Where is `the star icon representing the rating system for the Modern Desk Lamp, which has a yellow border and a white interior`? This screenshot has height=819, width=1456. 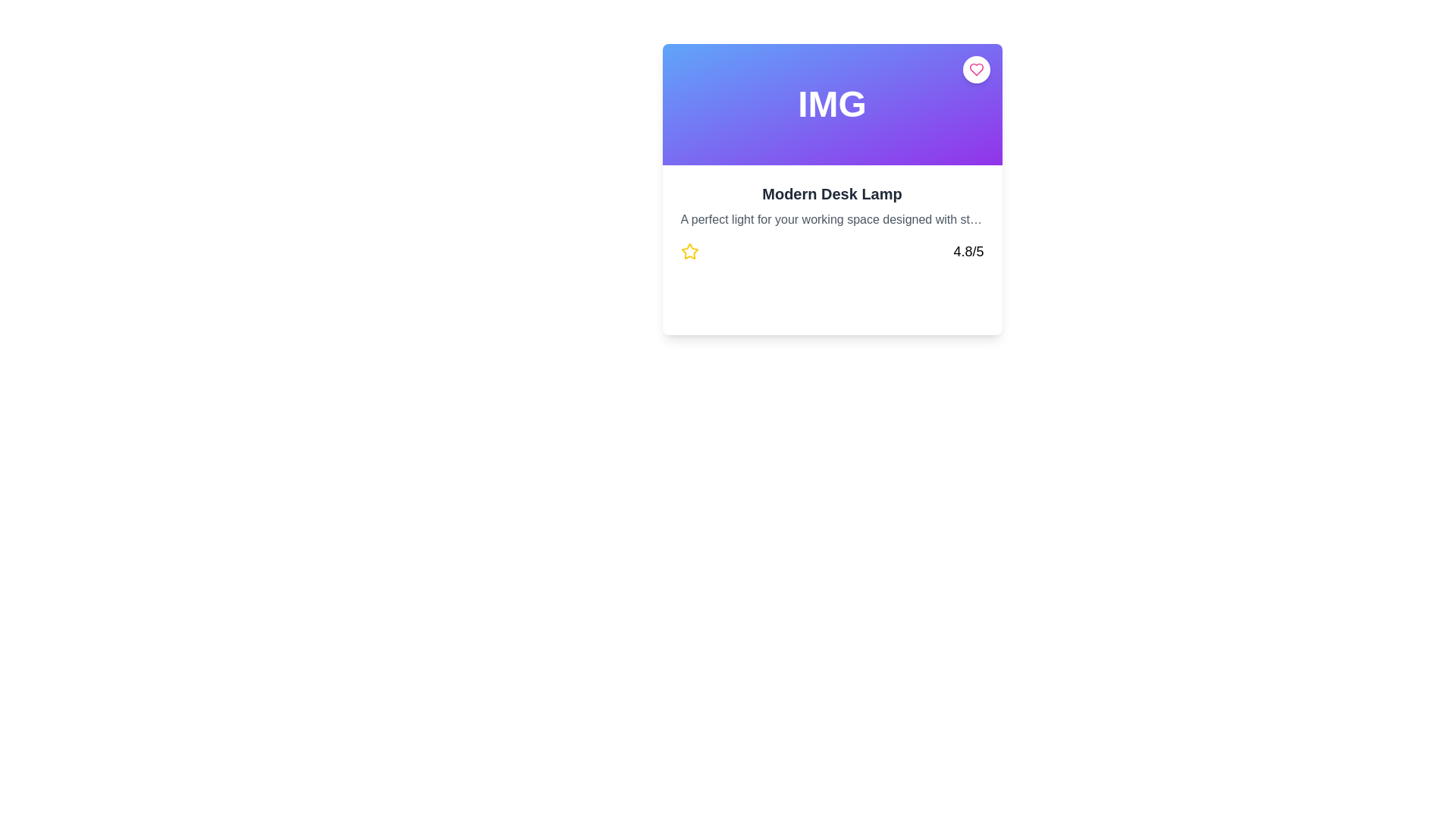 the star icon representing the rating system for the Modern Desk Lamp, which has a yellow border and a white interior is located at coordinates (689, 250).